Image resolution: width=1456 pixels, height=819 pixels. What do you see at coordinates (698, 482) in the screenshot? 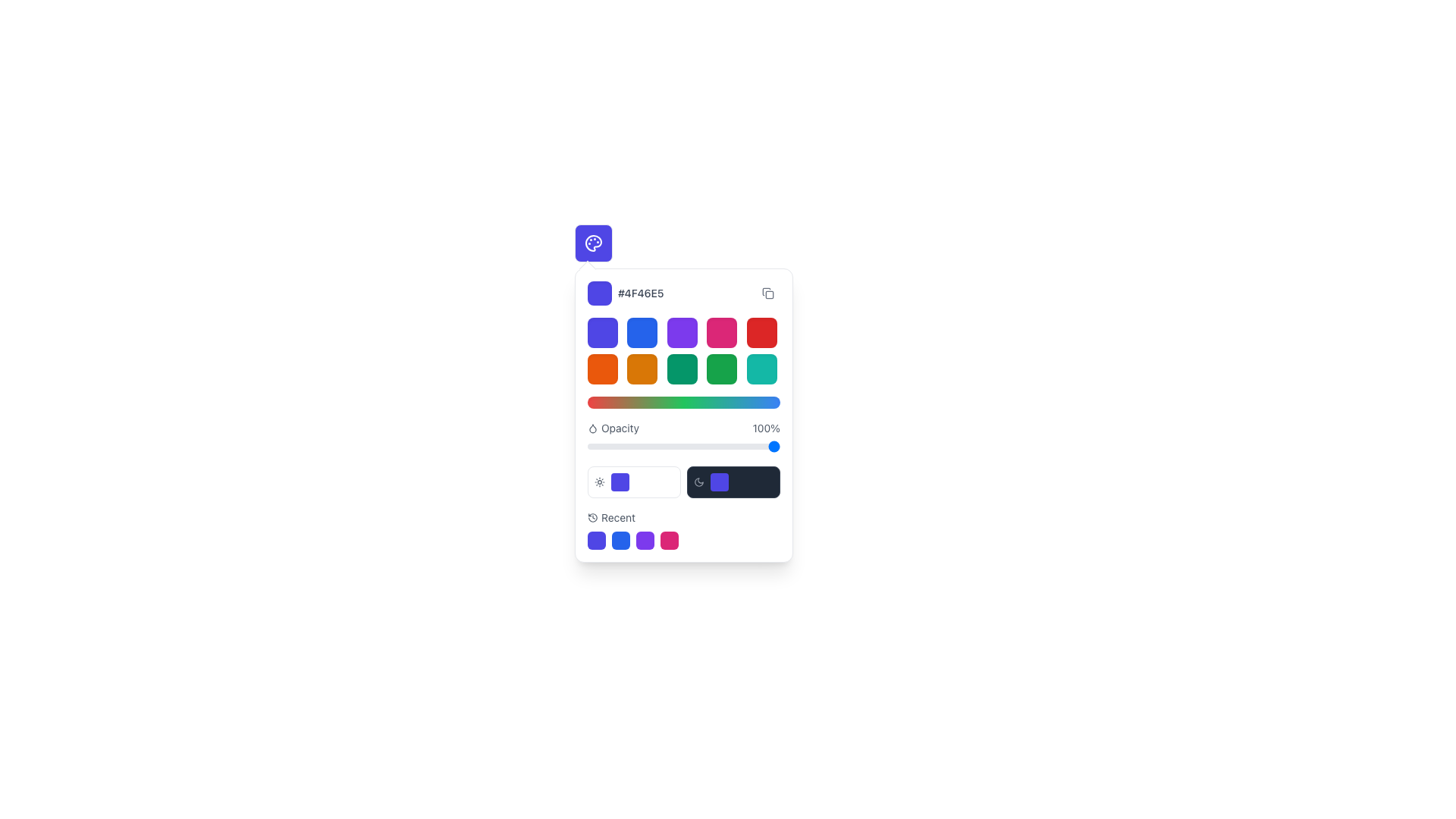
I see `the second icon in the compact settings panel near the bottom right corner` at bounding box center [698, 482].